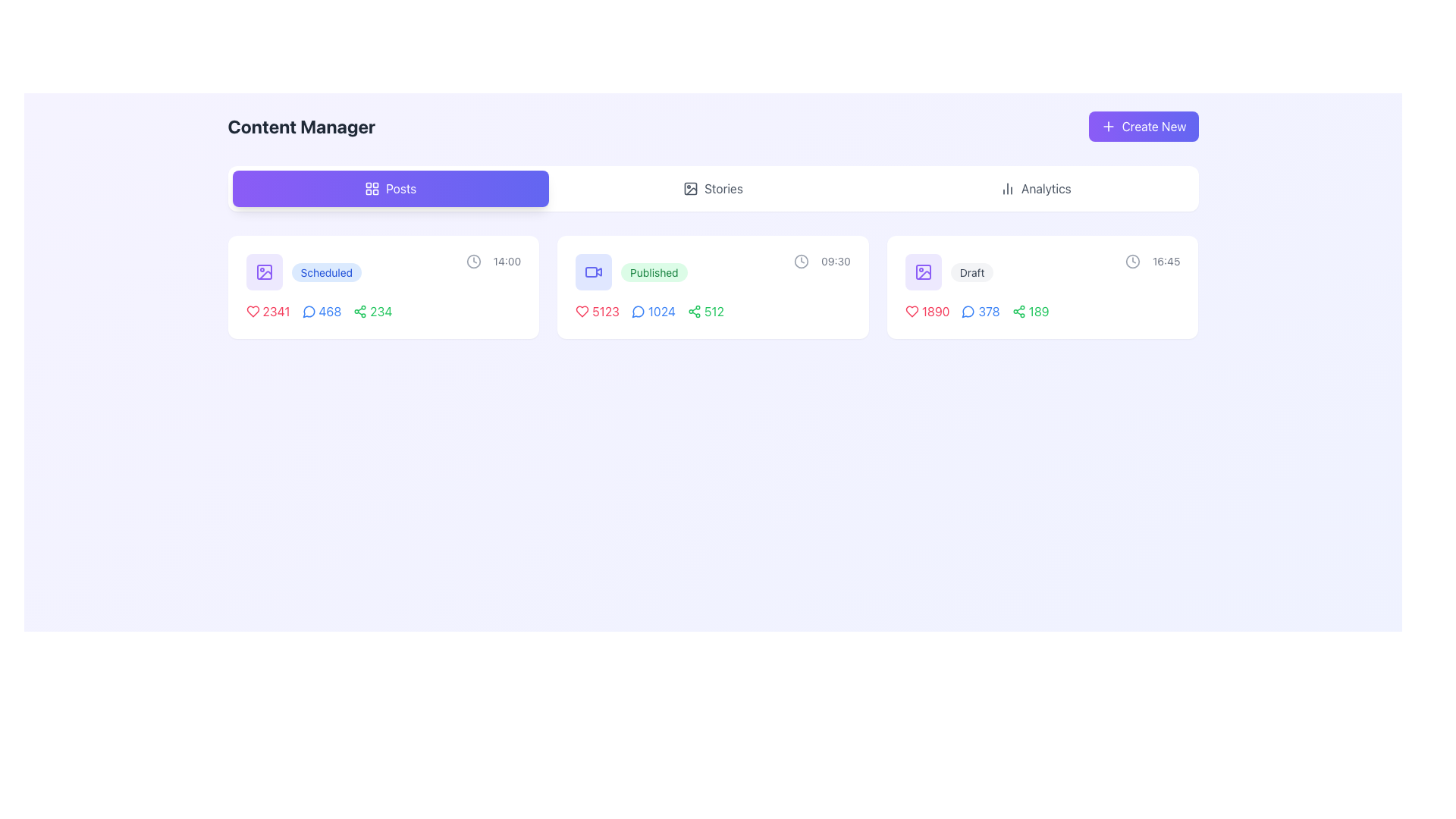 The height and width of the screenshot is (819, 1456). Describe the element at coordinates (325, 271) in the screenshot. I see `the 'Scheduled' status label, which is a pill-shaped text label styled in blue with a light blue background, located to the right of an image icon within a card` at that location.